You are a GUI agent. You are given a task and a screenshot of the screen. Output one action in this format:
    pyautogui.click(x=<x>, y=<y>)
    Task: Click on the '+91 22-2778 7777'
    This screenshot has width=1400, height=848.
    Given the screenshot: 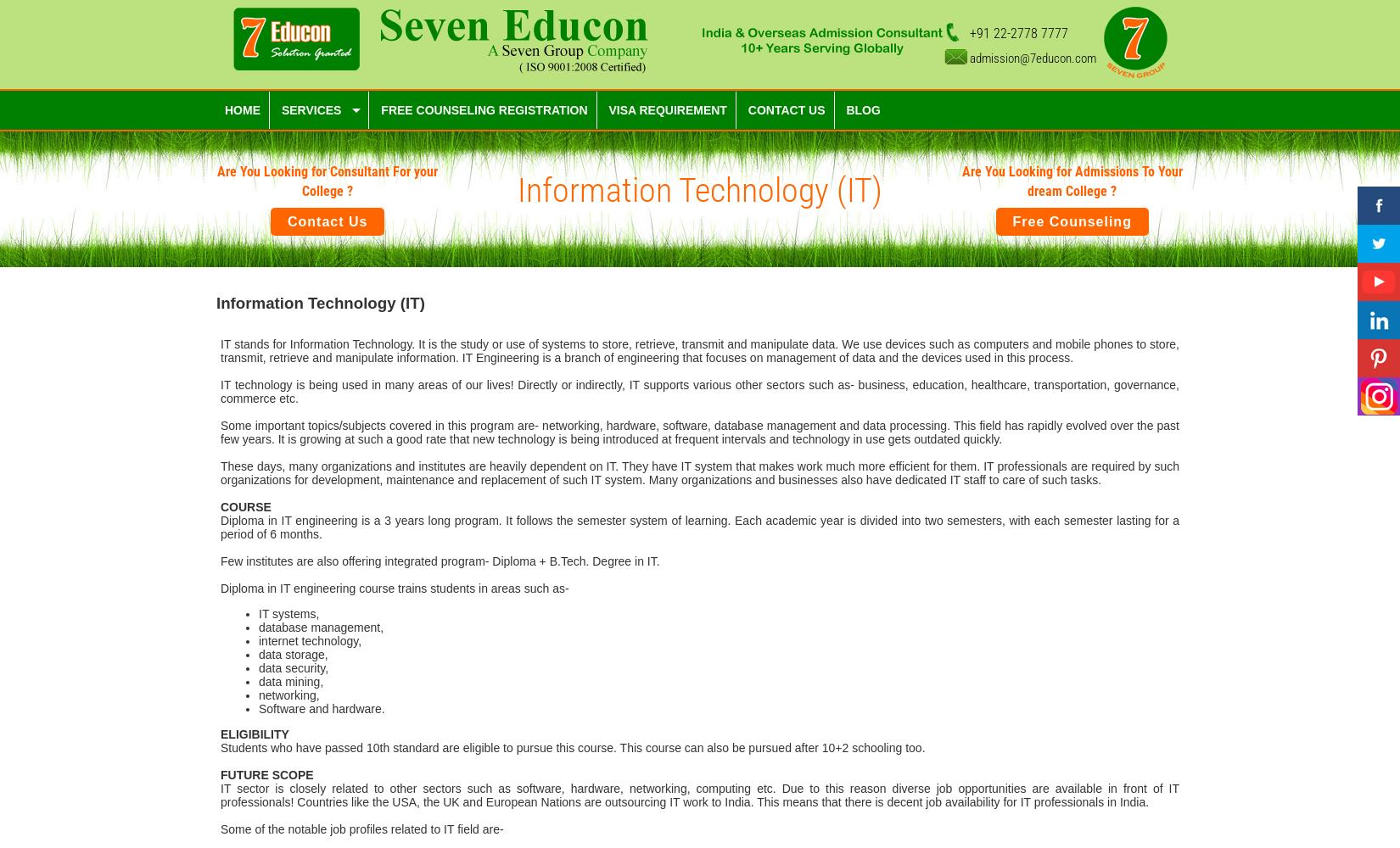 What is the action you would take?
    pyautogui.click(x=1019, y=33)
    